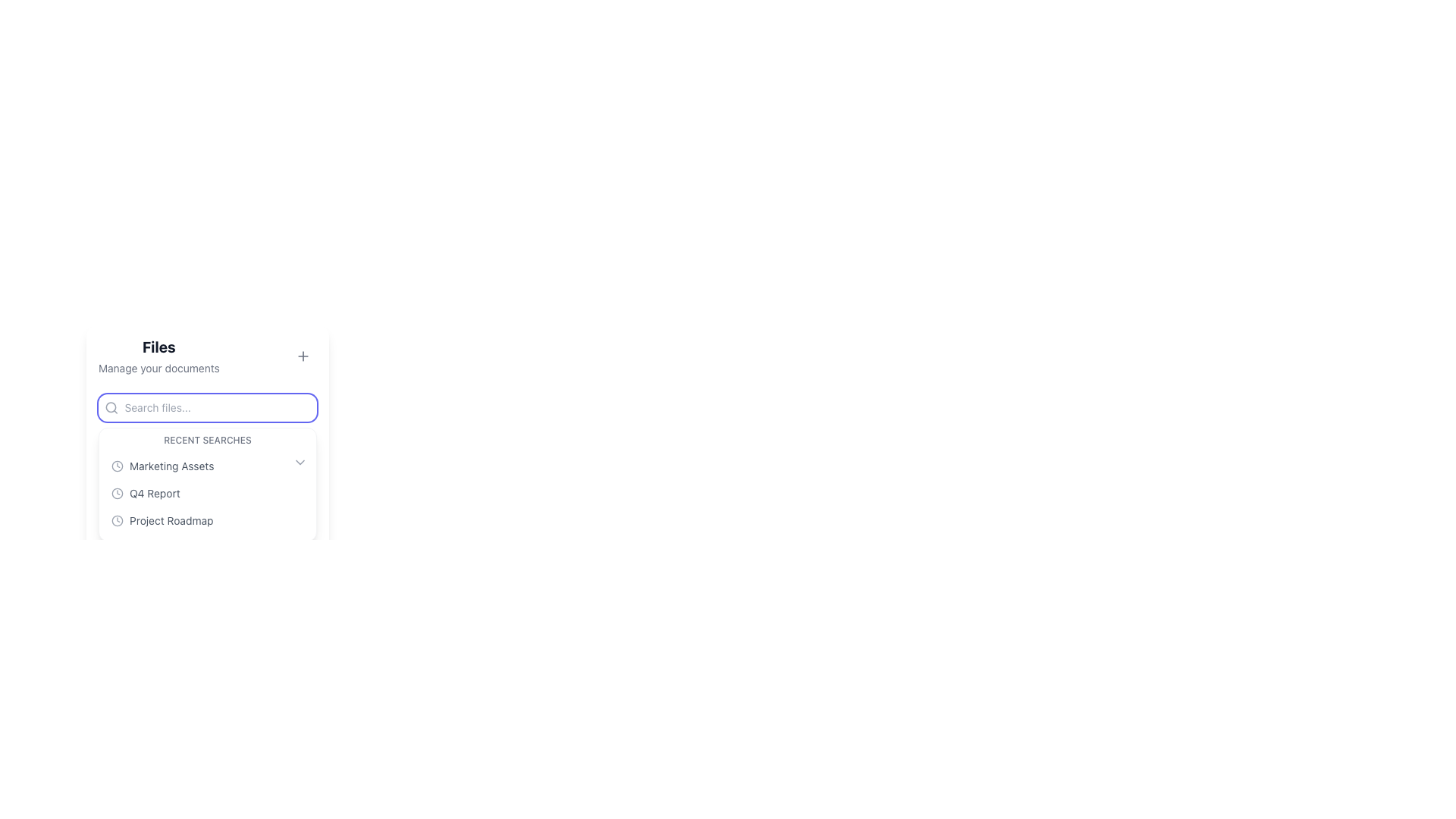 Image resolution: width=1456 pixels, height=819 pixels. Describe the element at coordinates (116, 519) in the screenshot. I see `the time-related icon located to the left of the 'Project Roadmap' text in the clickable list item` at that location.